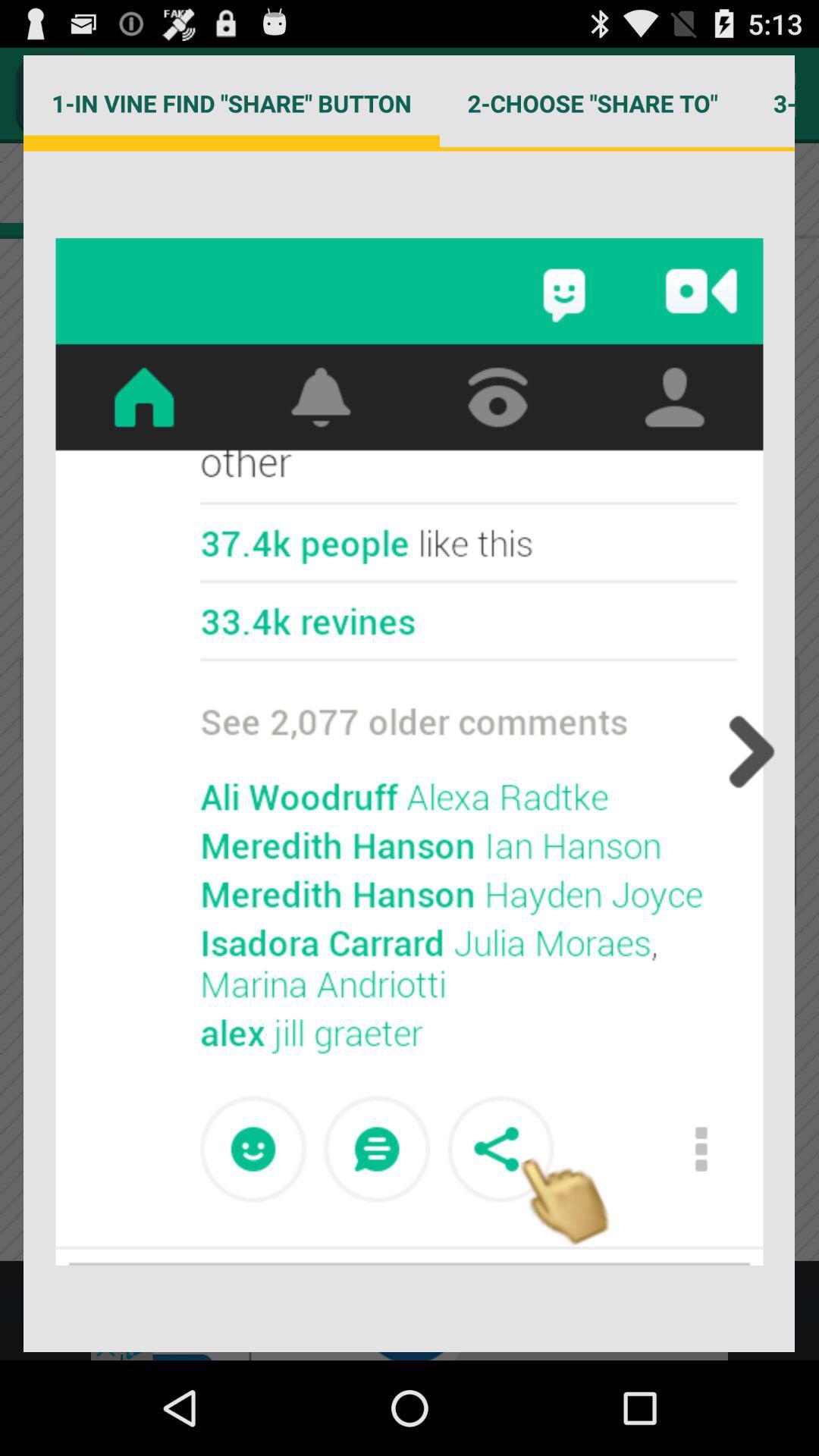  Describe the element at coordinates (231, 102) in the screenshot. I see `the 1 in vine icon` at that location.